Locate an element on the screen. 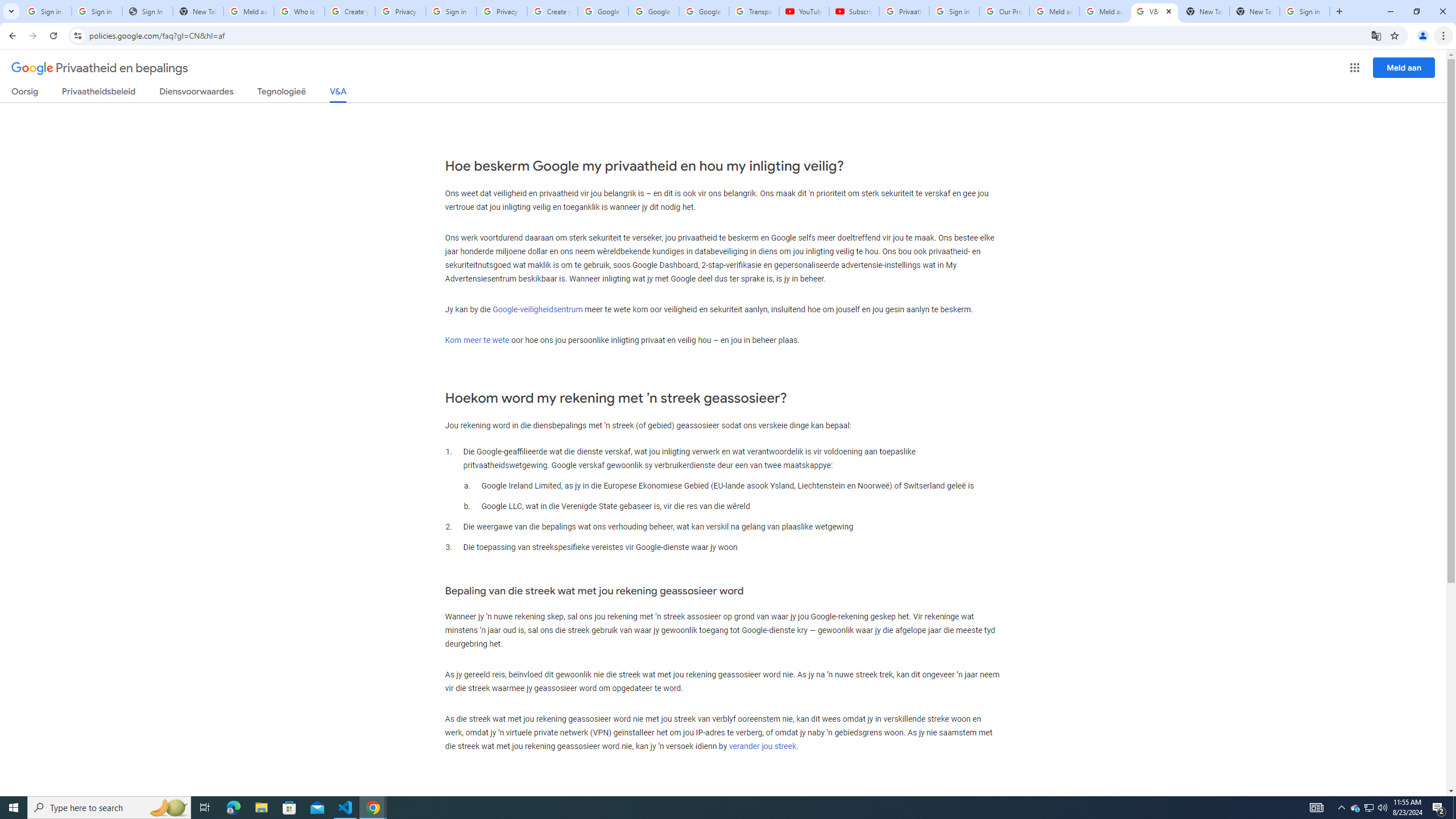 This screenshot has width=1456, height=819. 'New Tab' is located at coordinates (1254, 11).